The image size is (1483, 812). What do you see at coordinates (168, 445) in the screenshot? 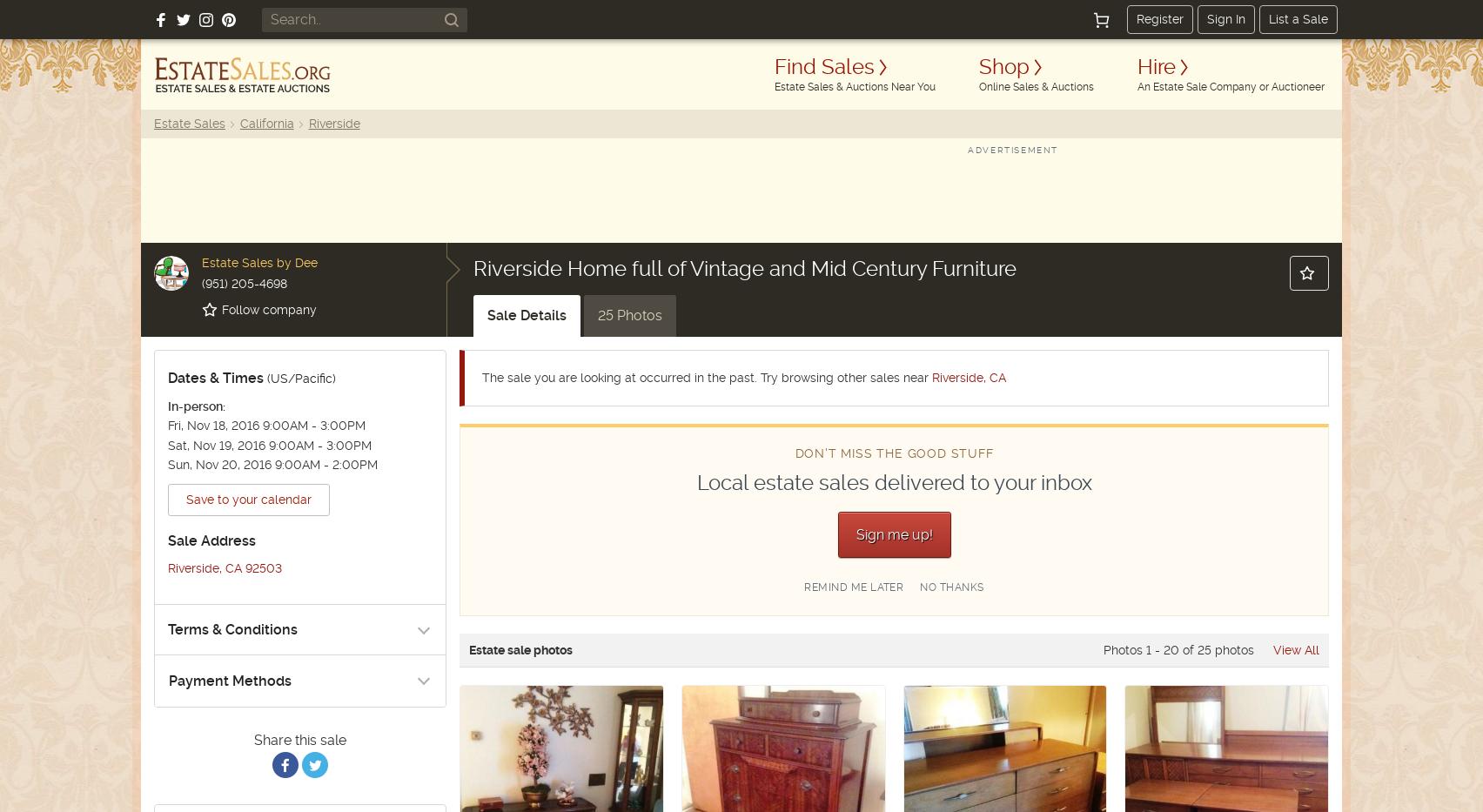
I see `'Sat, Nov 19, 2016'` at bounding box center [168, 445].